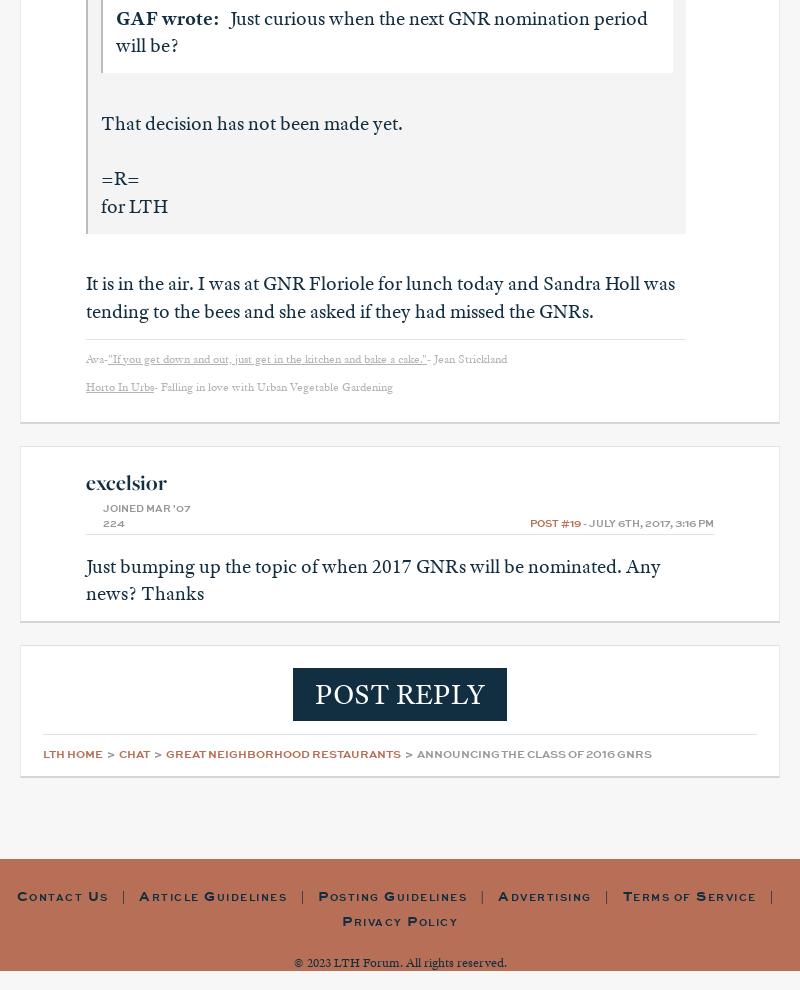 This screenshot has height=990, width=800. What do you see at coordinates (730, 897) in the screenshot?
I see `'ervice'` at bounding box center [730, 897].